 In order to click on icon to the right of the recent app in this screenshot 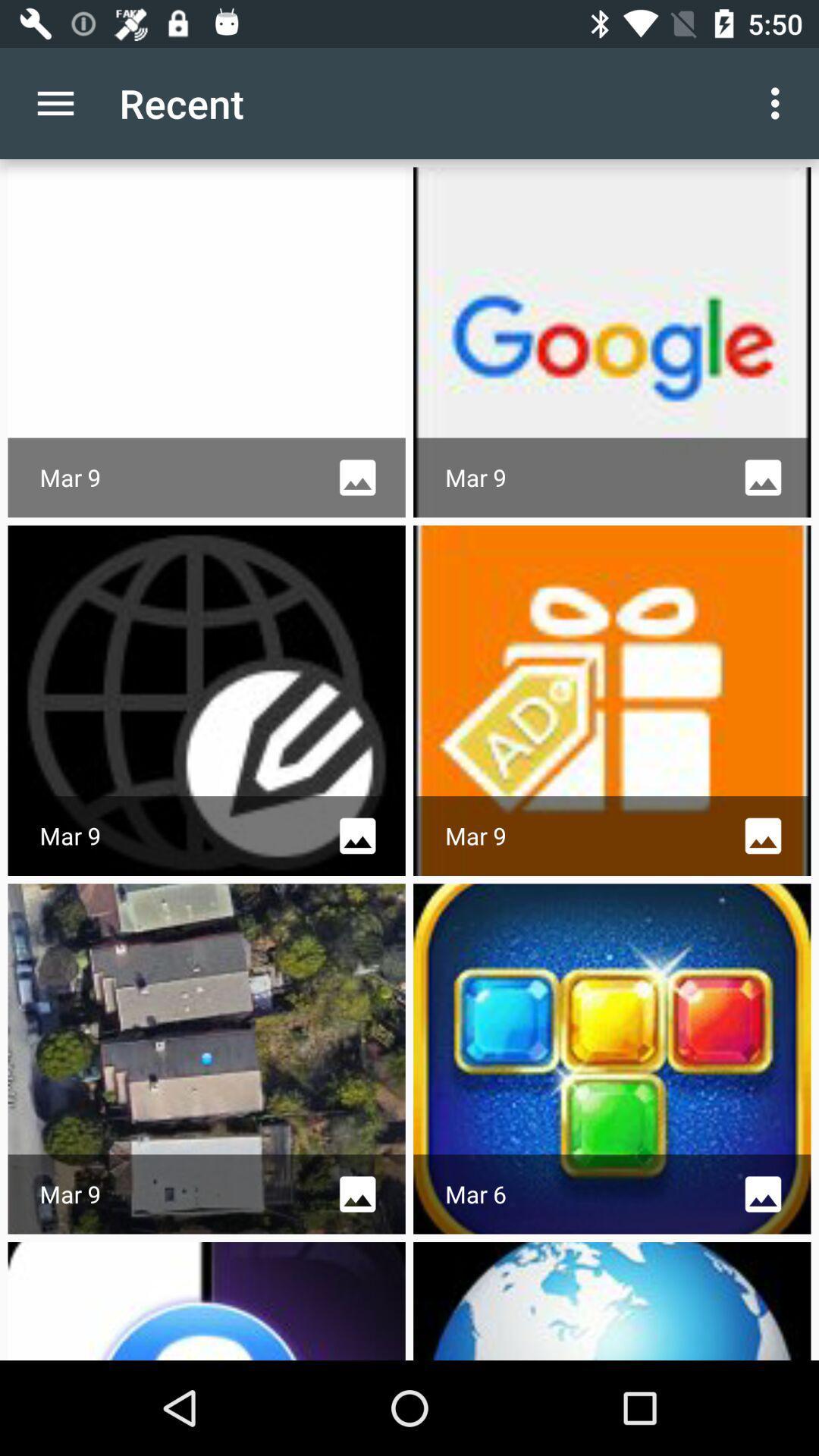, I will do `click(779, 102)`.